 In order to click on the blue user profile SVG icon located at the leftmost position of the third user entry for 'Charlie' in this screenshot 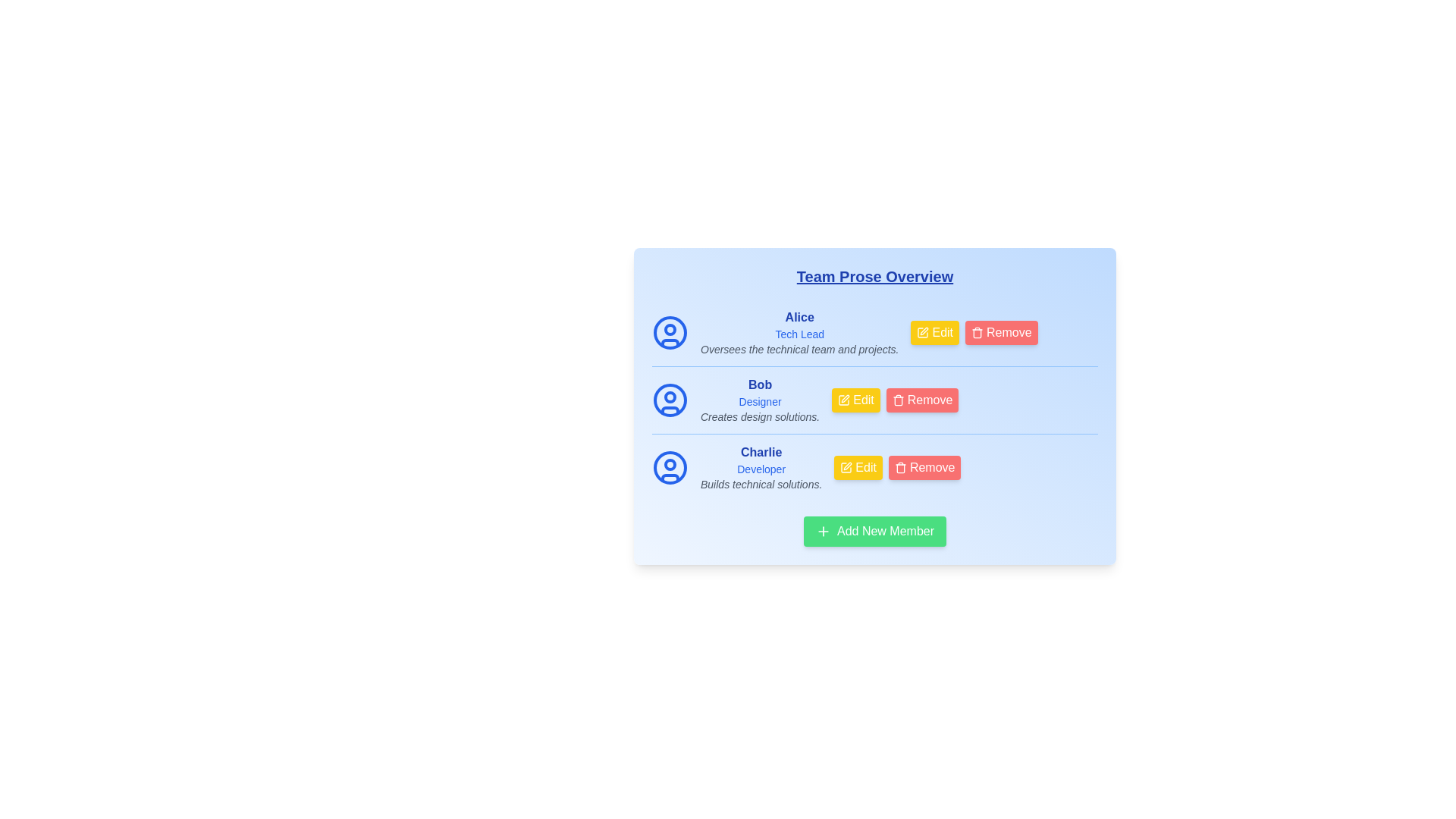, I will do `click(669, 467)`.